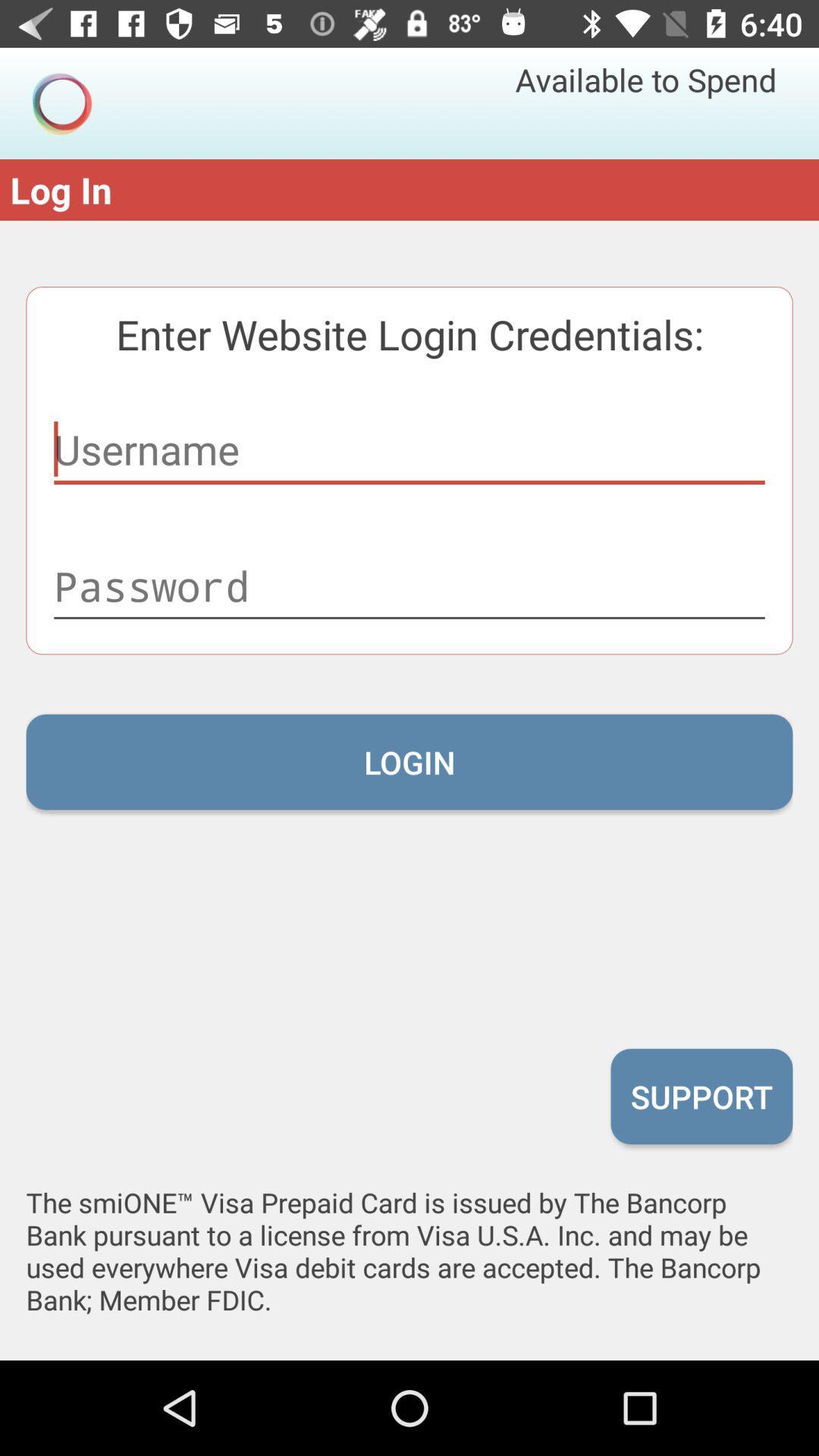 The width and height of the screenshot is (819, 1456). What do you see at coordinates (701, 1096) in the screenshot?
I see `item above the the smione visa` at bounding box center [701, 1096].